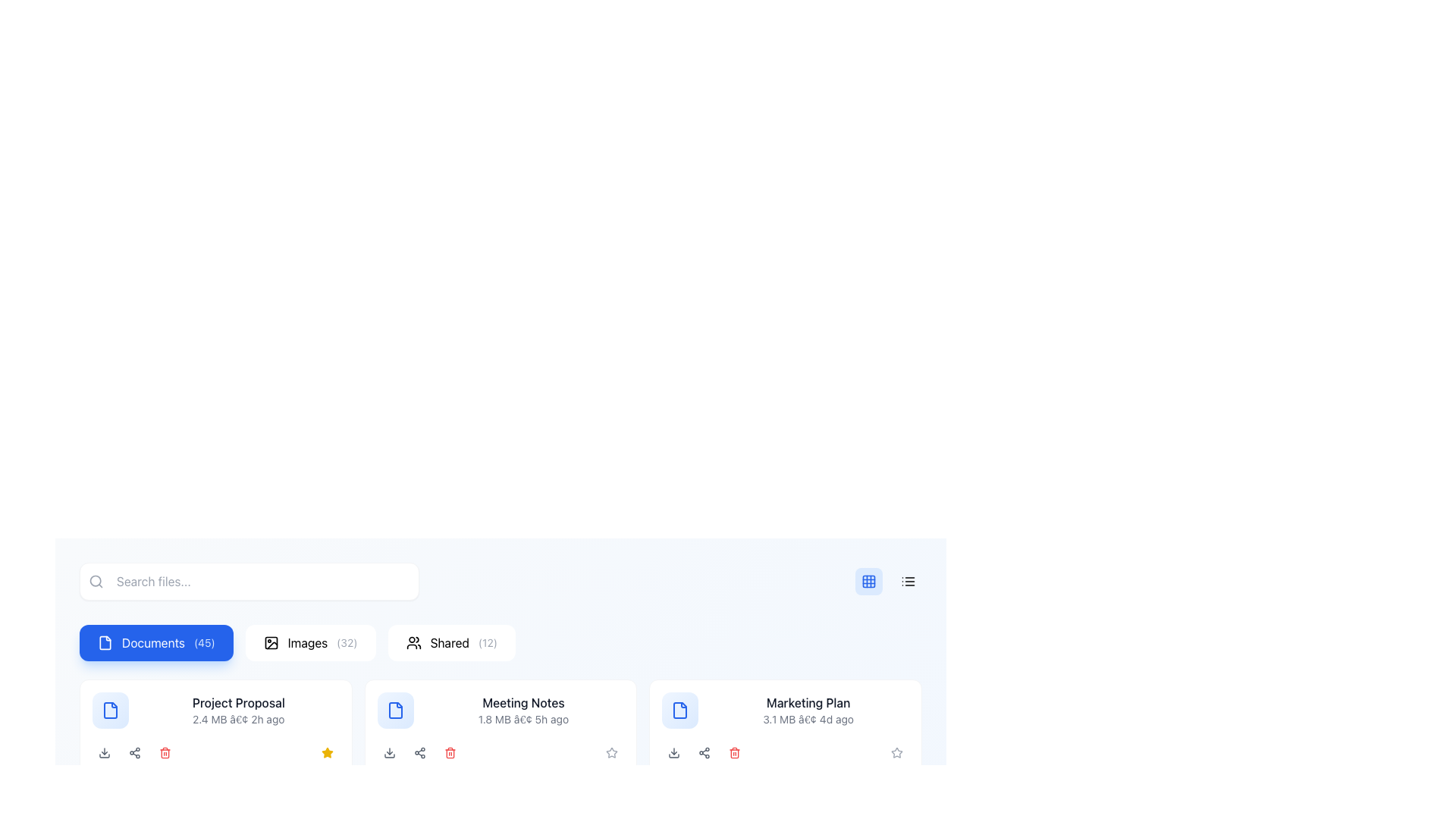  What do you see at coordinates (869, 581) in the screenshot?
I see `the grid layout icon button located at the top-right corner of the interface to switch layout` at bounding box center [869, 581].